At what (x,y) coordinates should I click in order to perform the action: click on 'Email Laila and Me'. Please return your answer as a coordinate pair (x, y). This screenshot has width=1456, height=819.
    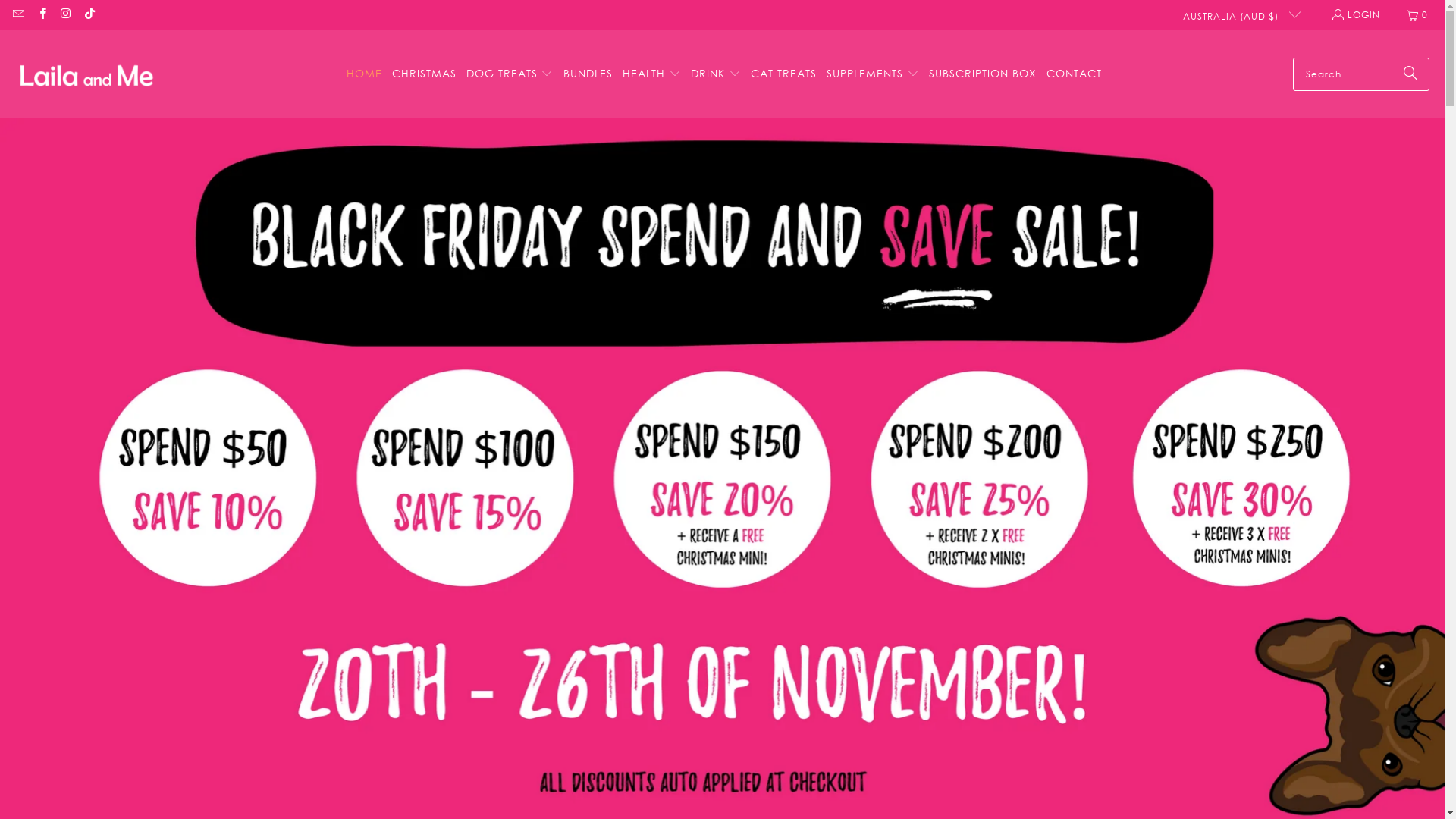
    Looking at the image, I should click on (17, 14).